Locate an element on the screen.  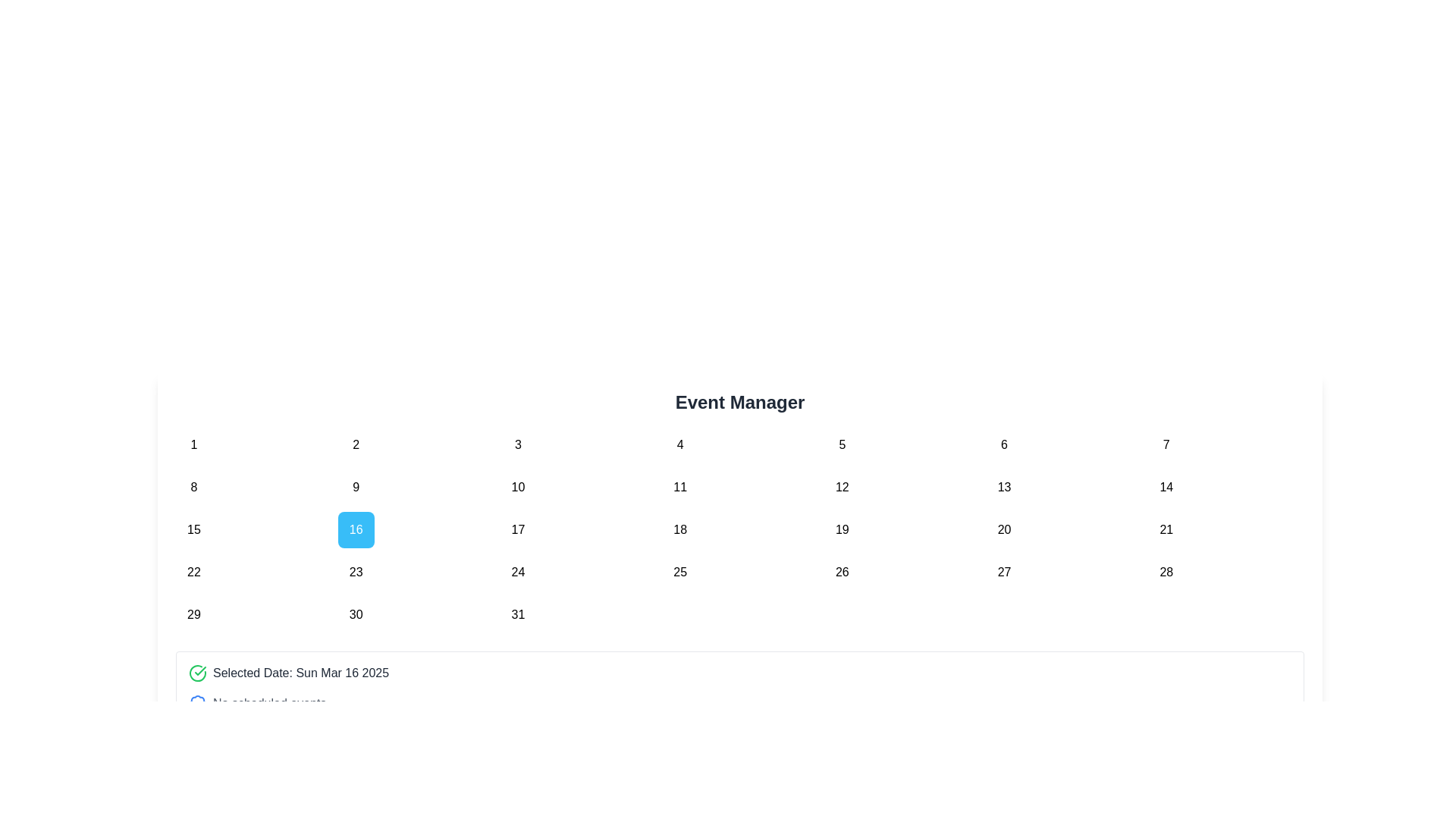
the 'Event Manager' header text for copy by clicking on it is located at coordinates (739, 402).